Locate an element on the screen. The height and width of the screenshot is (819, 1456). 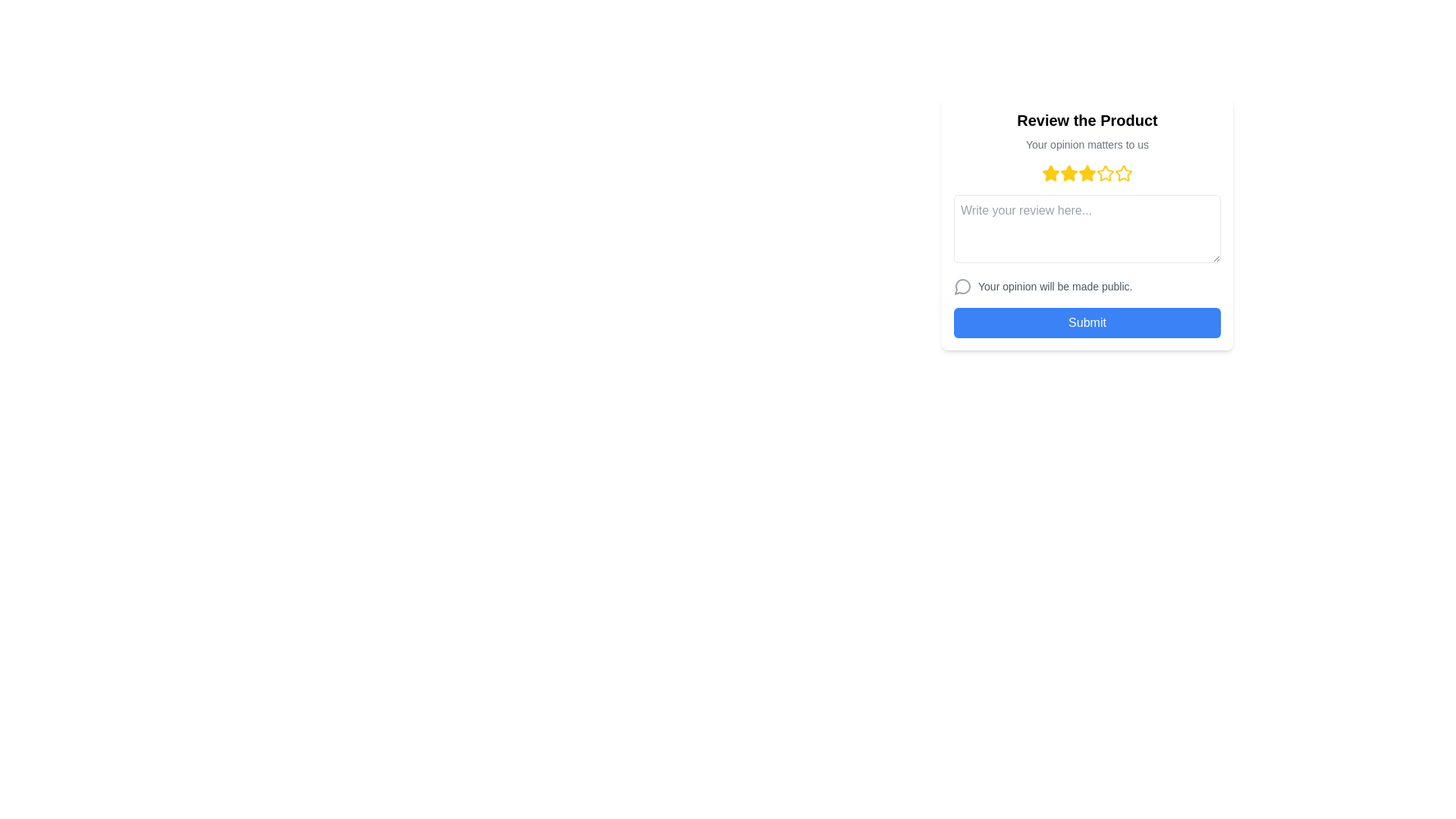
the third star icon in the rating system is located at coordinates (1068, 172).